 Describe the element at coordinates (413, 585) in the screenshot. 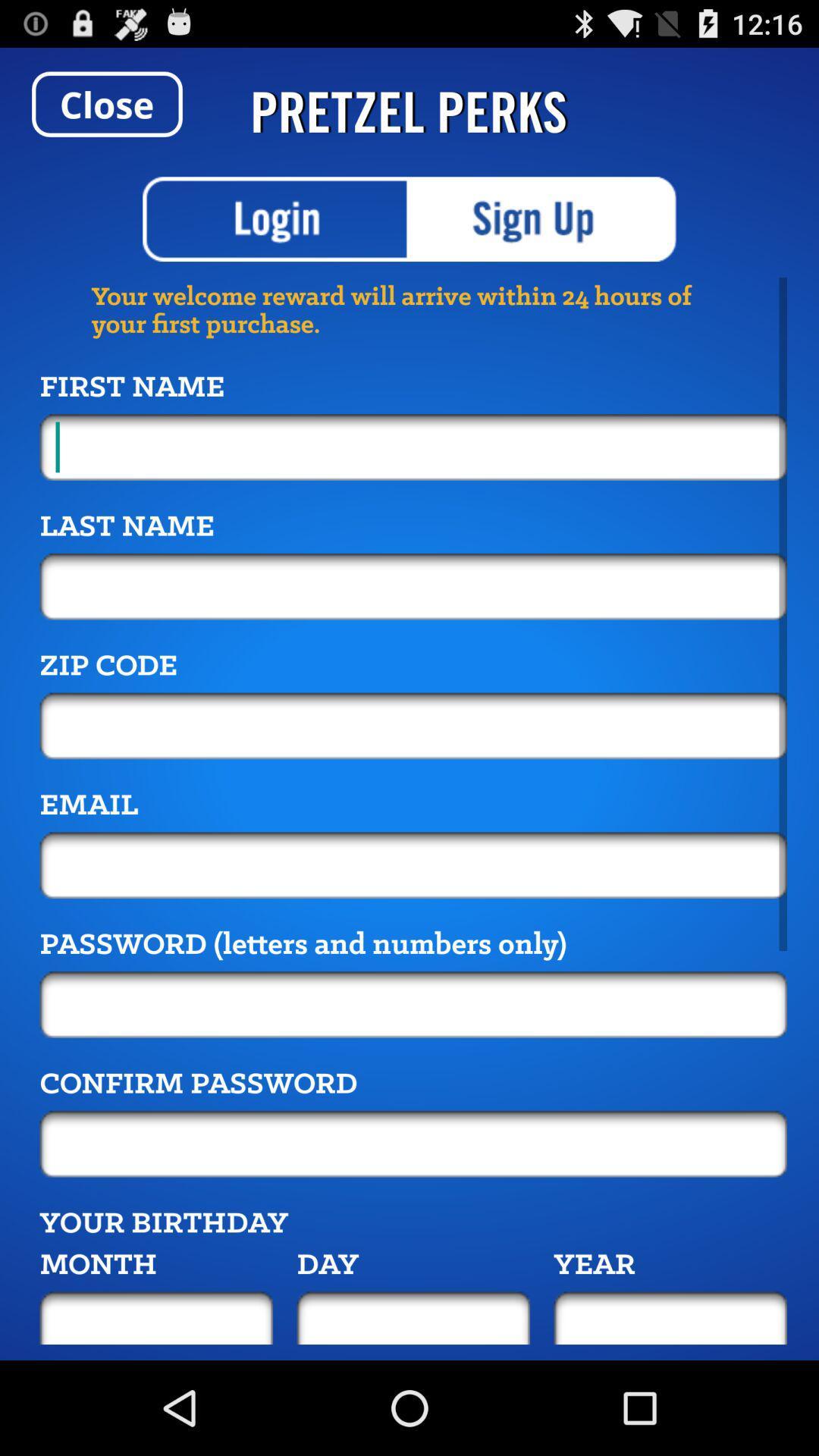

I see `the field below last name` at that location.